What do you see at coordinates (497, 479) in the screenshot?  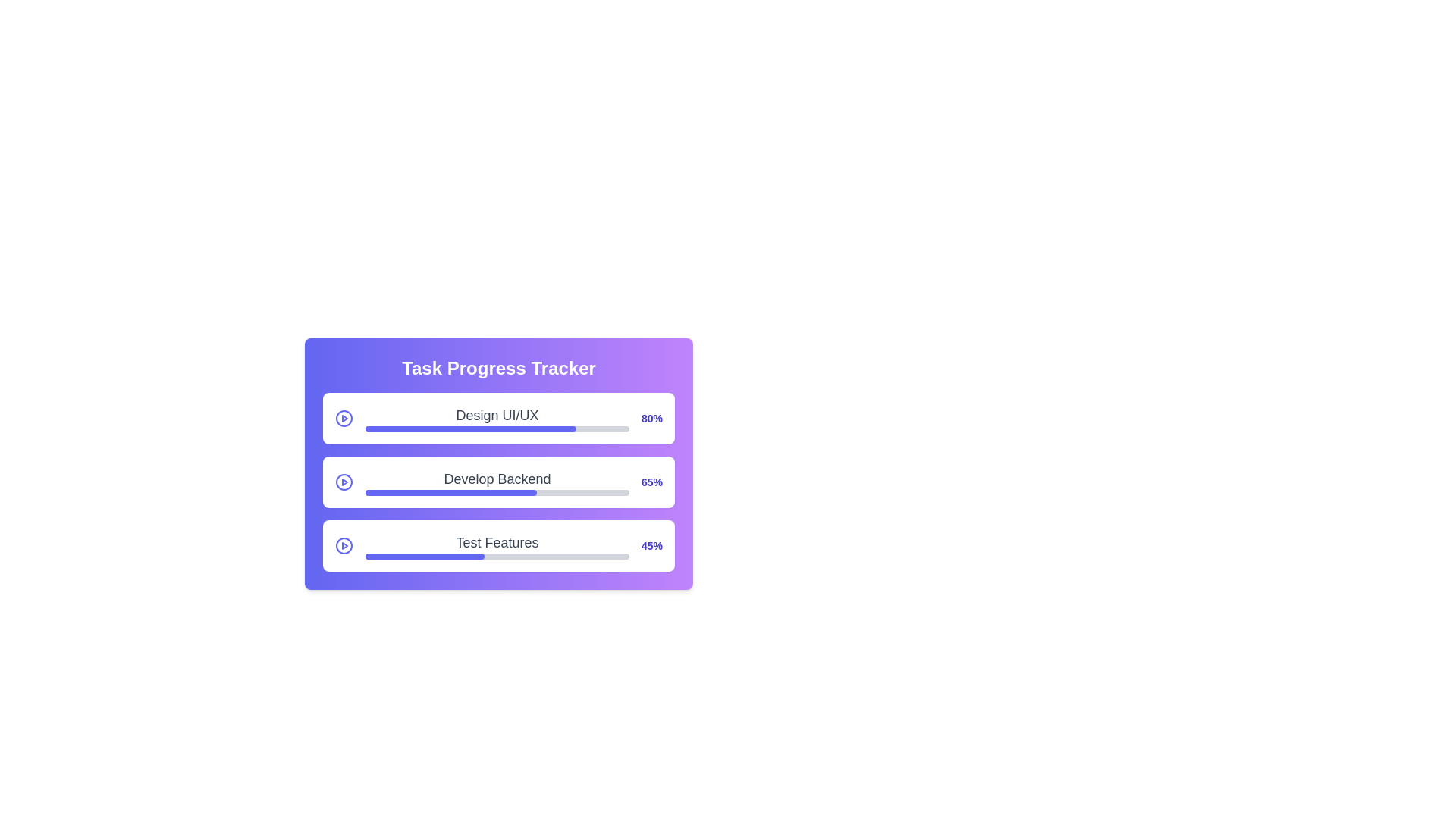 I see `the task label in the 'Task Progress Tracker' section, which is positioned above a progress bar showing '65%'` at bounding box center [497, 479].